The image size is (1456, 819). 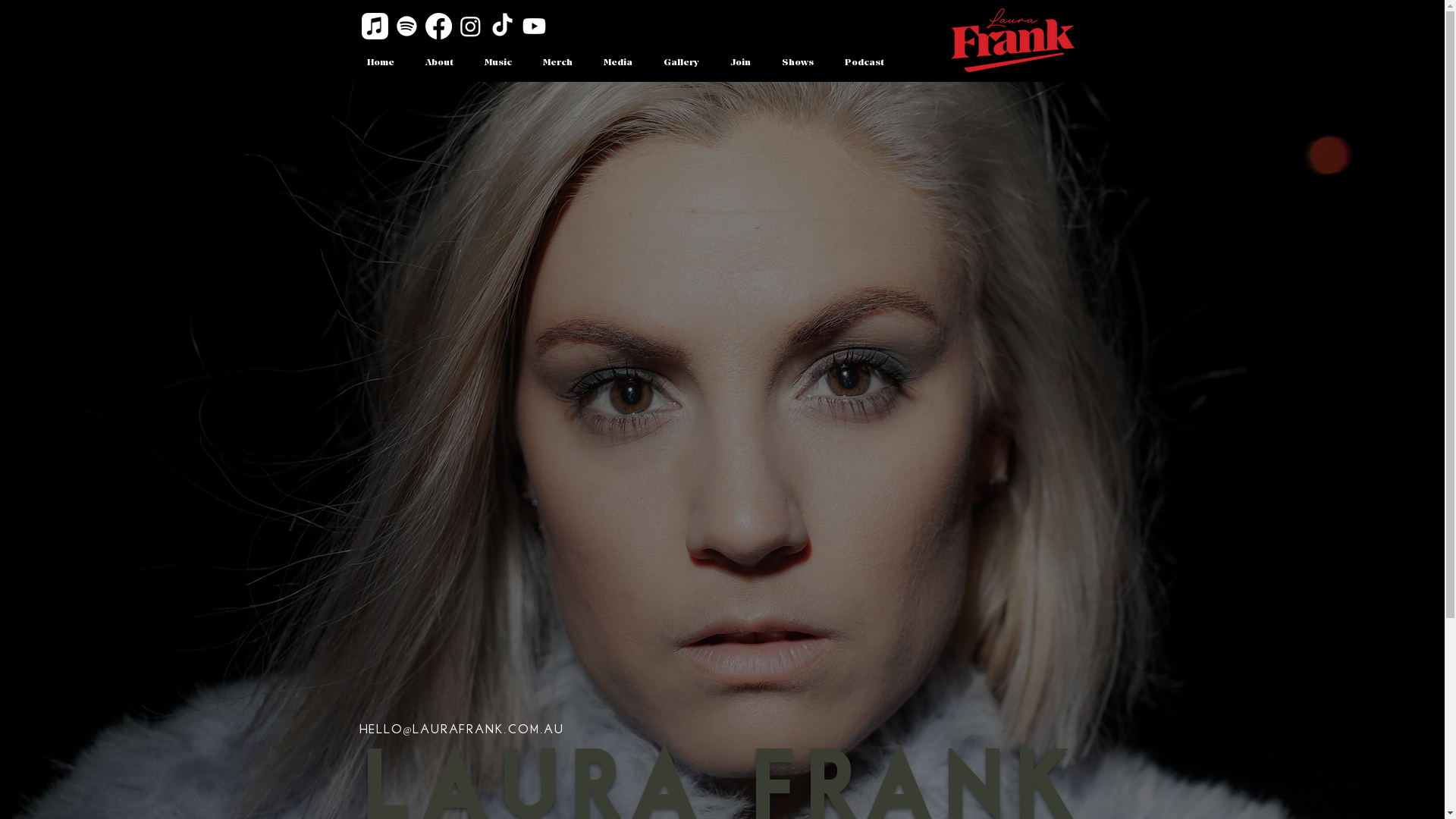 What do you see at coordinates (359, 729) in the screenshot?
I see `'hello@laurafrank.com.au'` at bounding box center [359, 729].